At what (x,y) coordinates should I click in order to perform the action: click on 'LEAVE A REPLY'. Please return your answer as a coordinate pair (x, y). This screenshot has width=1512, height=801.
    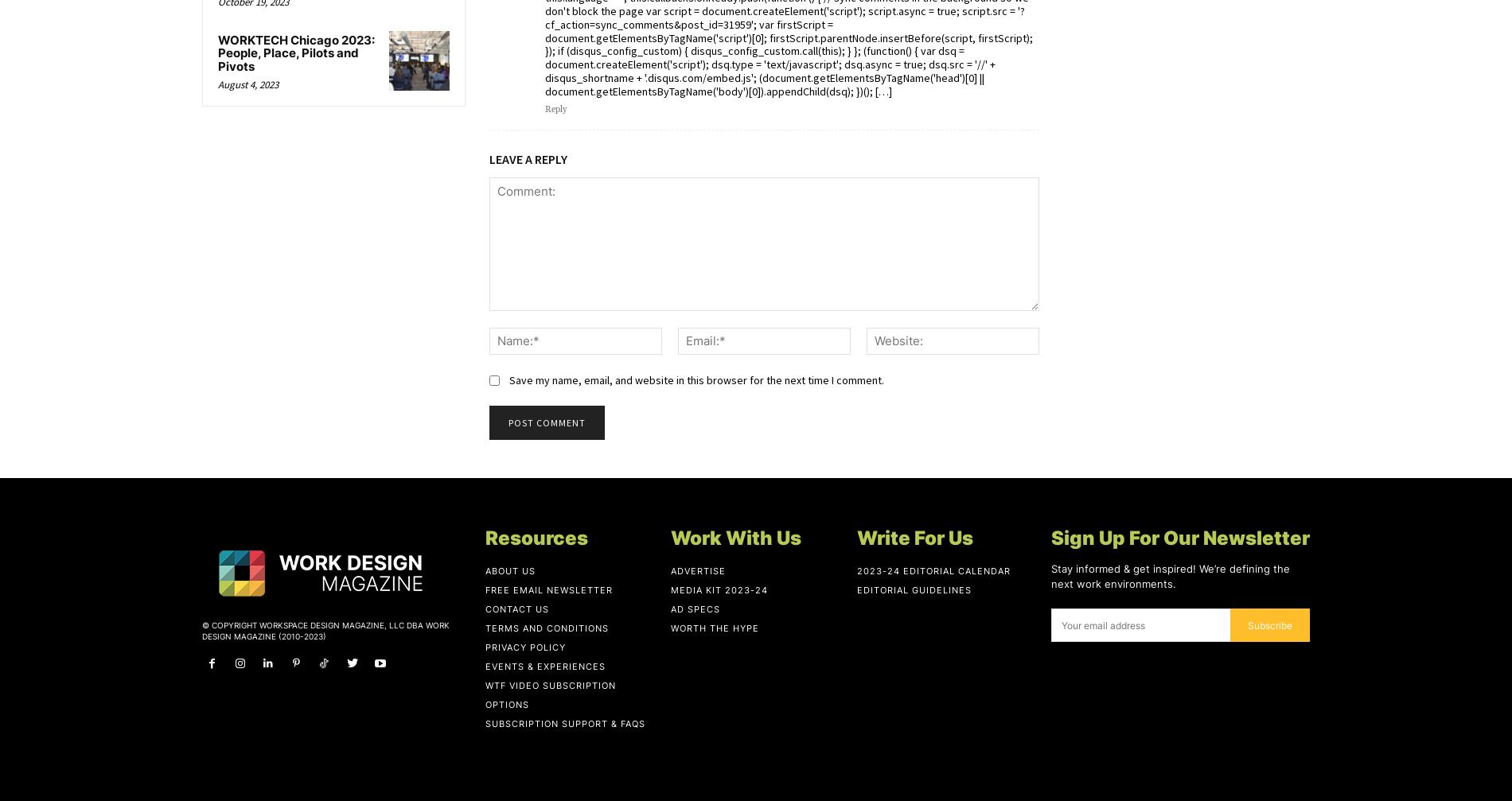
    Looking at the image, I should click on (527, 157).